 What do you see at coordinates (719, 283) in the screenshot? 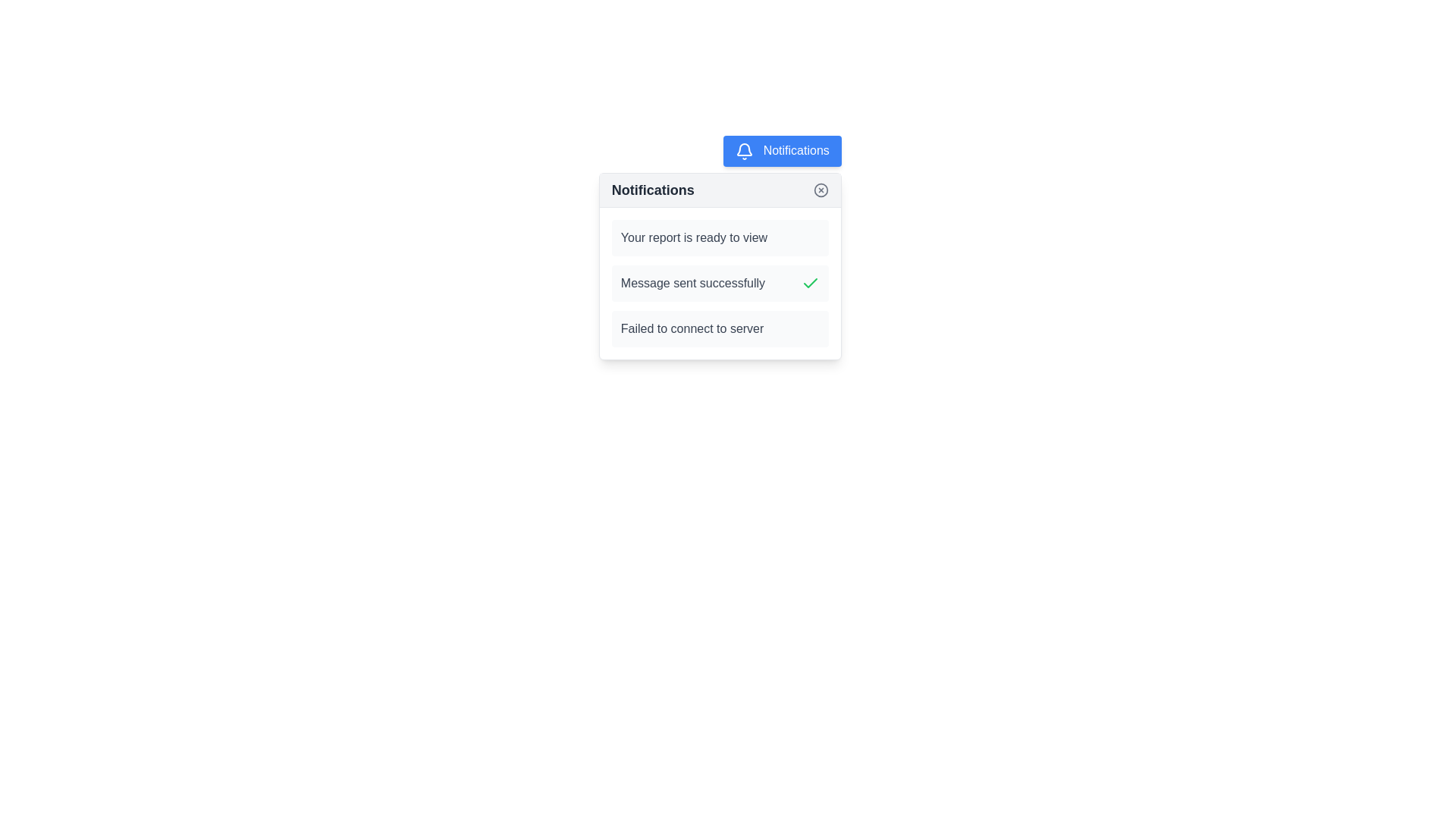
I see `message displayed in the Status notification card located beneath the 'Your report is ready to view' notification` at bounding box center [719, 283].